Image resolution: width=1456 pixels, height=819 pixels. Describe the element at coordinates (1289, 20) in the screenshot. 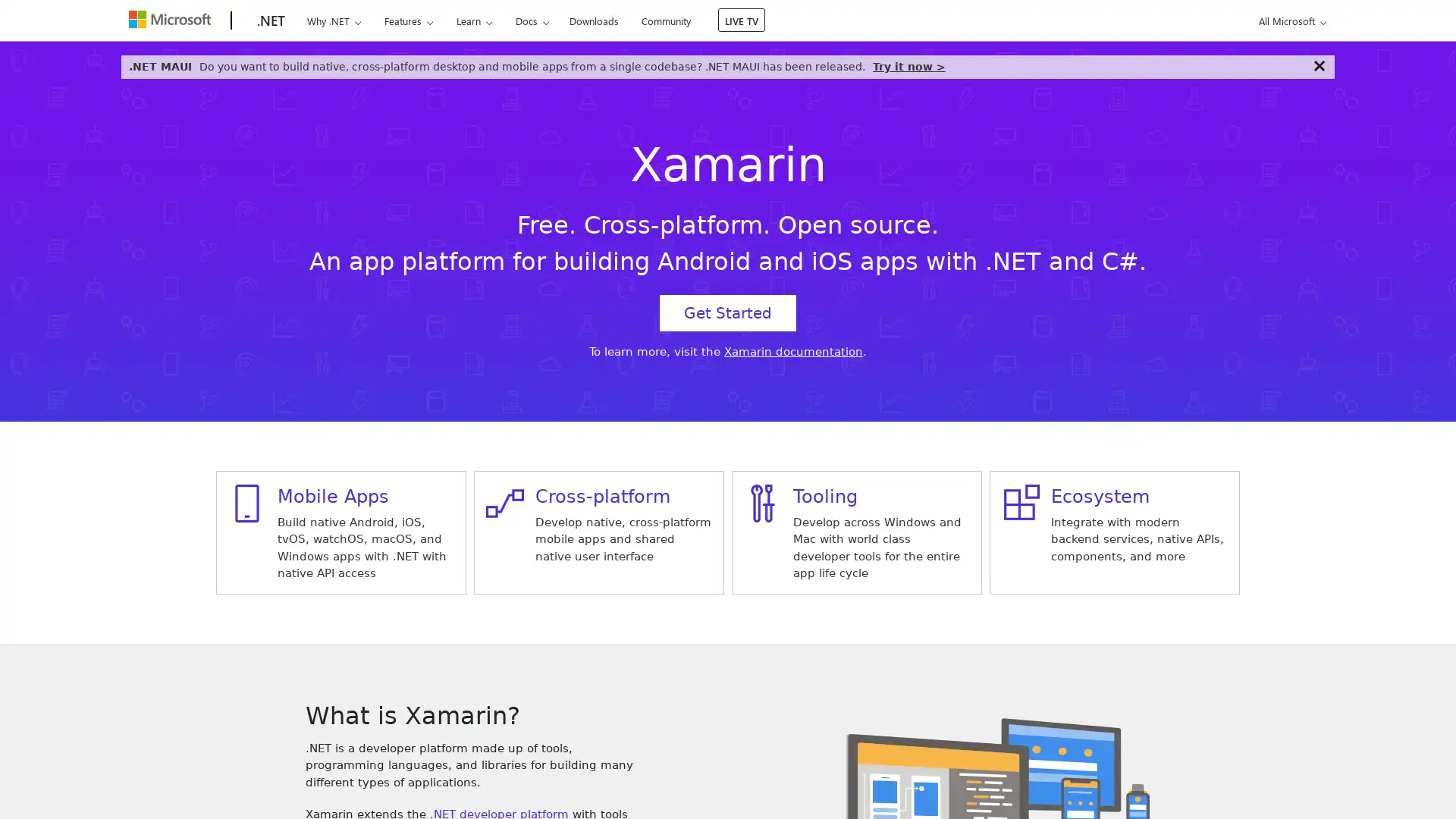

I see `All Microsoft expand to see list of Microsoft products and services` at that location.